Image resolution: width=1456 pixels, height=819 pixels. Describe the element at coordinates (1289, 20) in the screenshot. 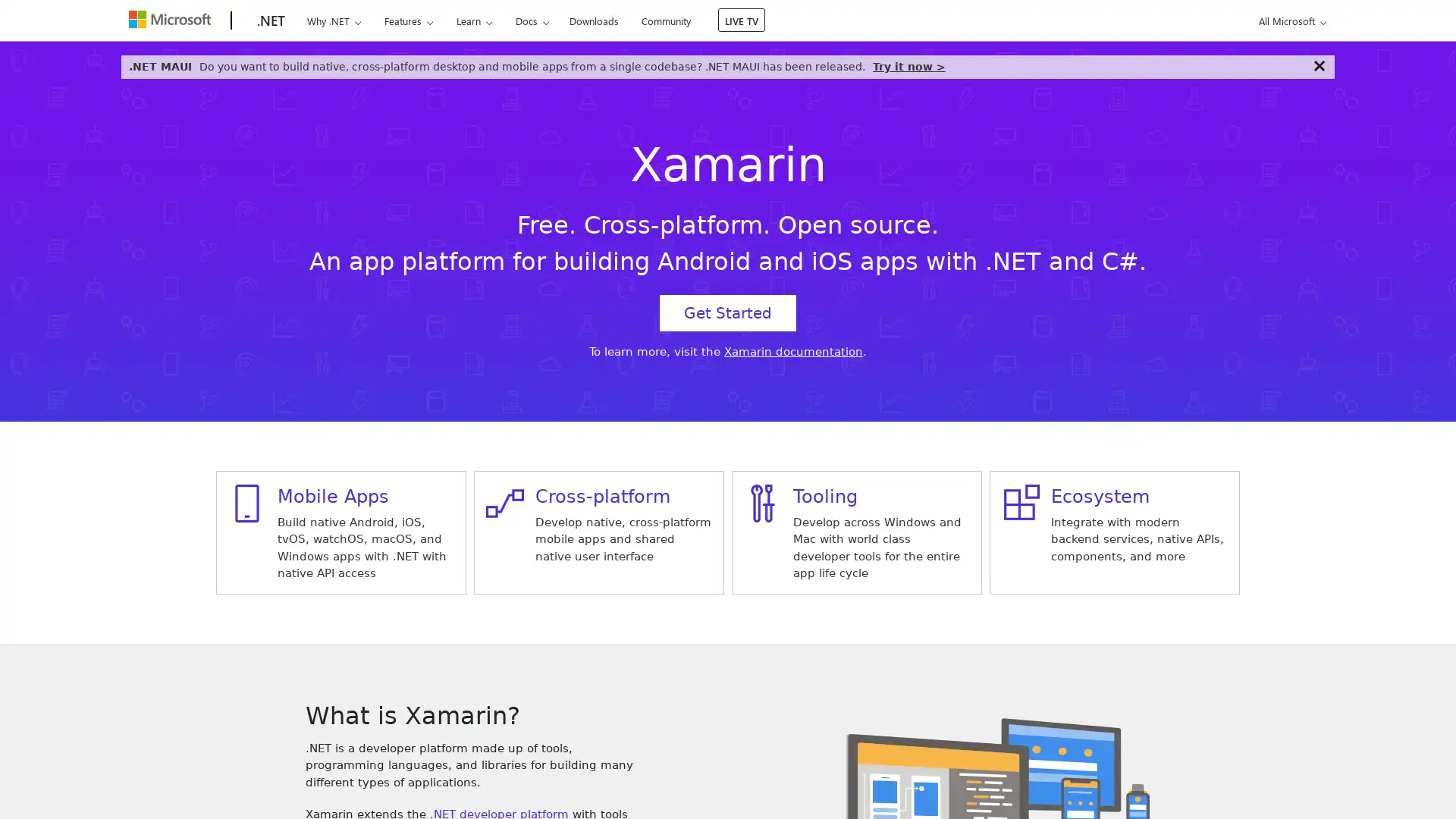

I see `All Microsoft expand to see list of Microsoft products and services` at that location.